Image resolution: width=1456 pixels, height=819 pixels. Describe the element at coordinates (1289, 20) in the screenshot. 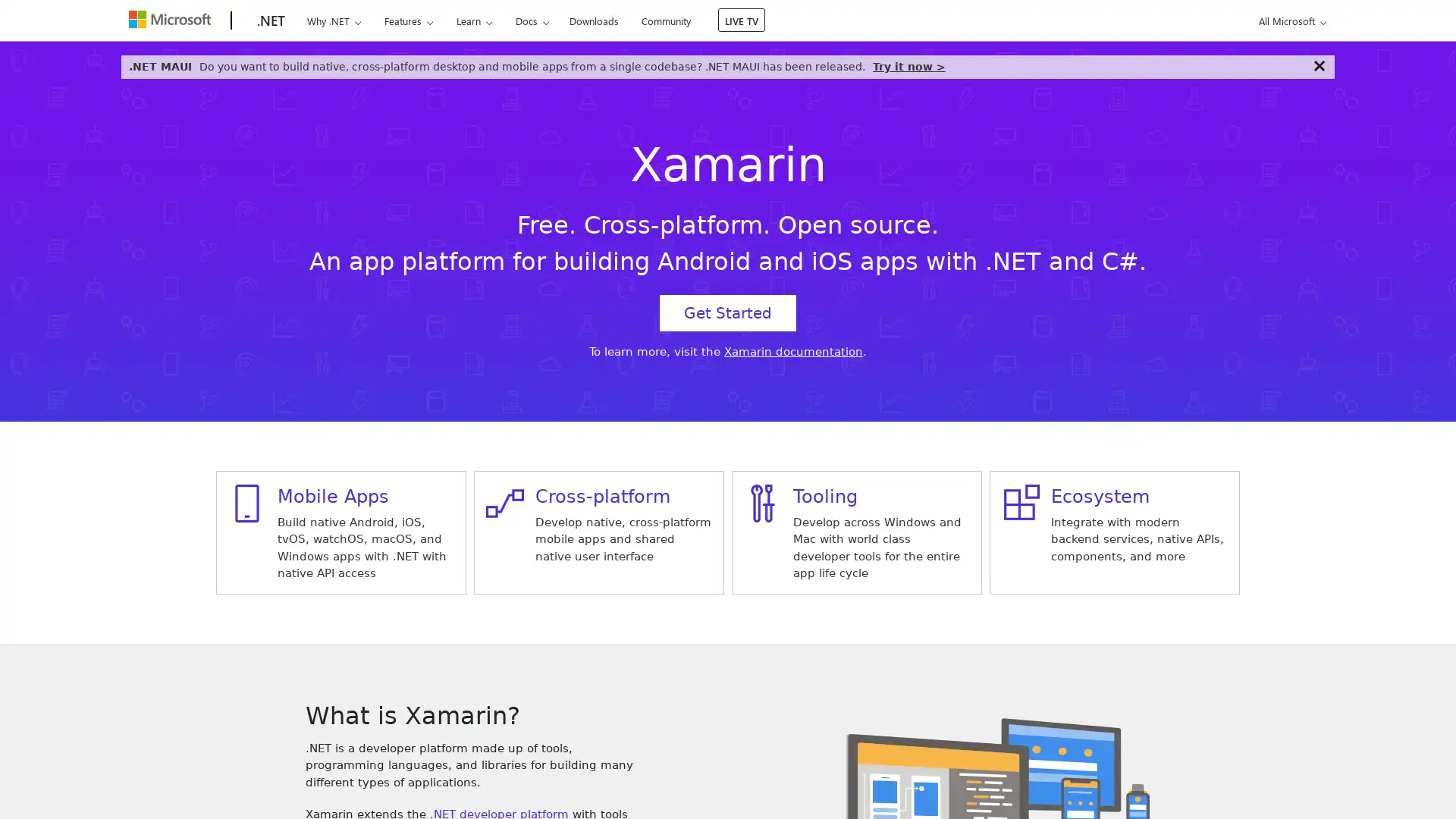

I see `All Microsoft expand to see list of Microsoft products and services` at that location.